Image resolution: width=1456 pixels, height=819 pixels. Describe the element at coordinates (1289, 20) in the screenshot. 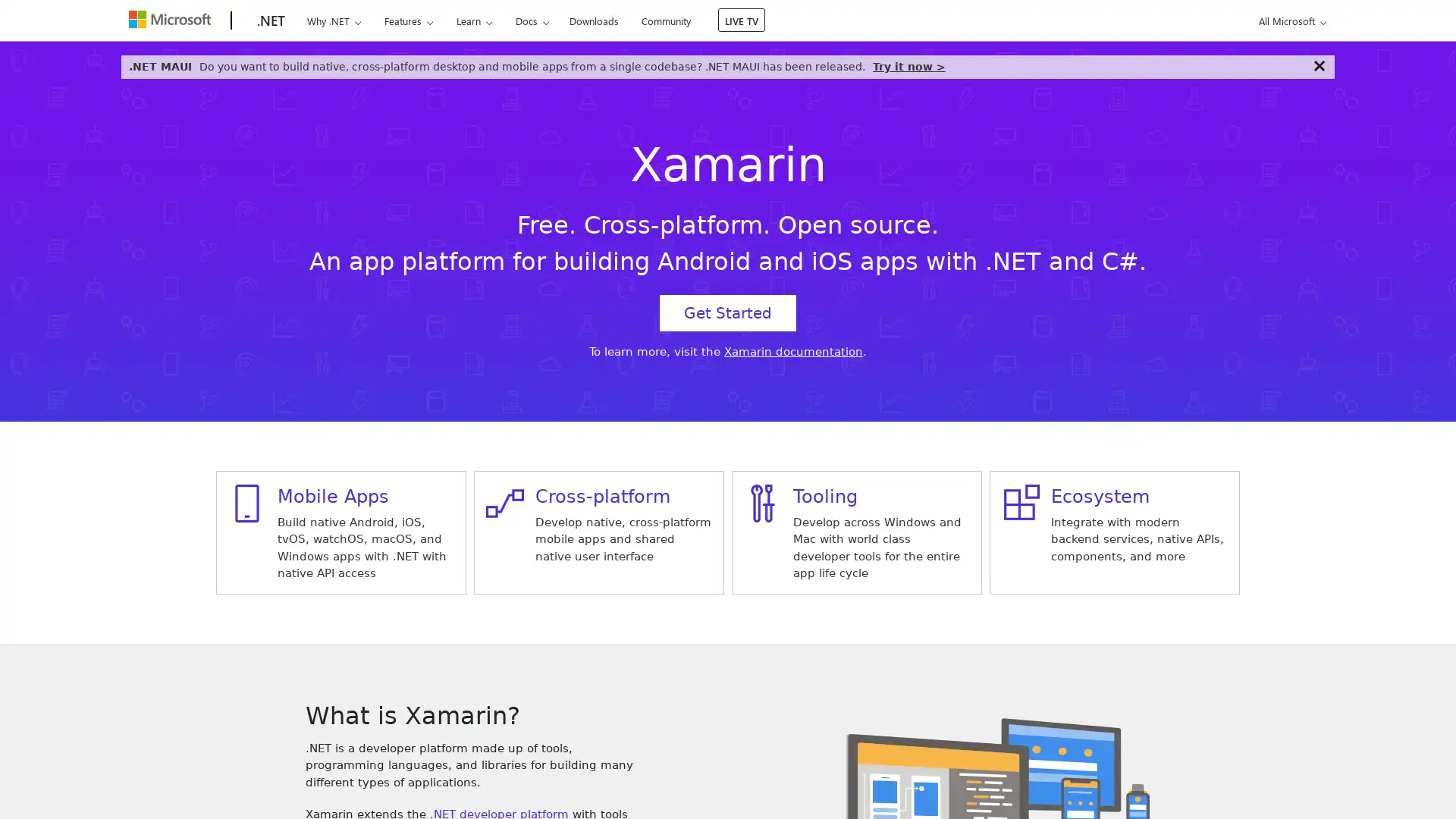

I see `All Microsoft expand to see list of Microsoft products and services` at that location.